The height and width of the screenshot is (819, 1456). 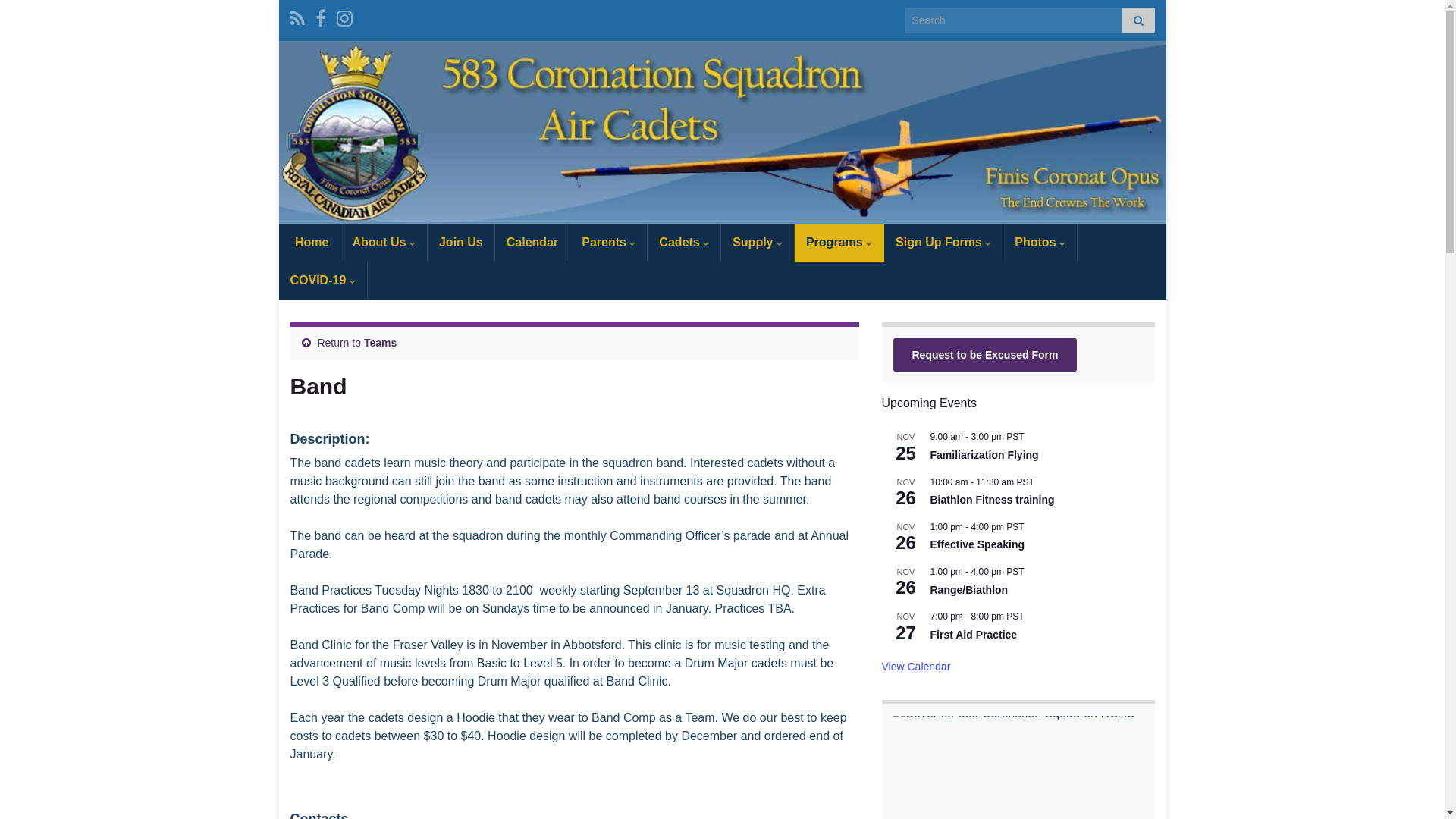 I want to click on 'Photos', so click(x=1039, y=242).